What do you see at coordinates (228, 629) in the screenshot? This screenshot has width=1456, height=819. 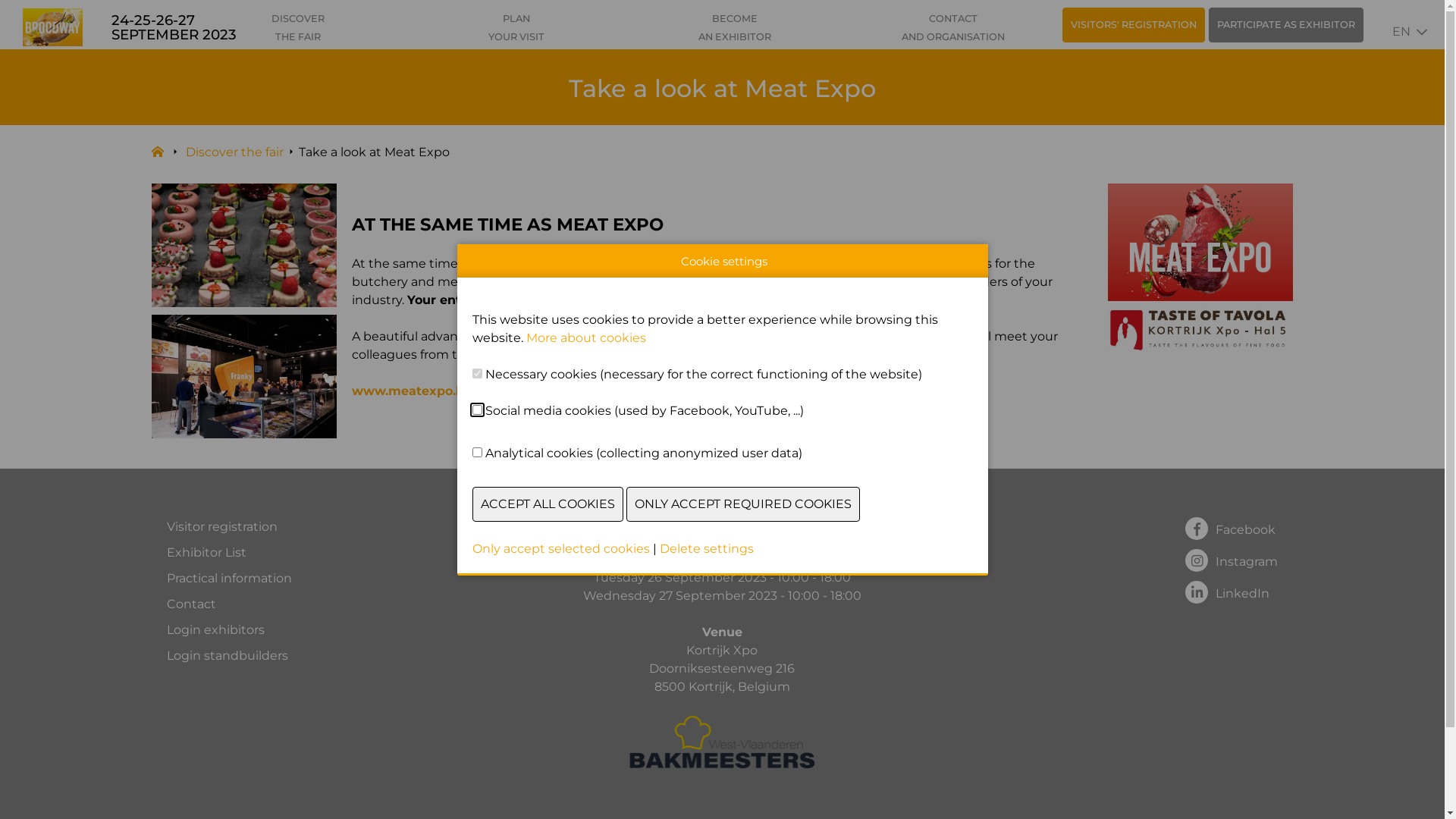 I see `'Login exhibitors'` at bounding box center [228, 629].